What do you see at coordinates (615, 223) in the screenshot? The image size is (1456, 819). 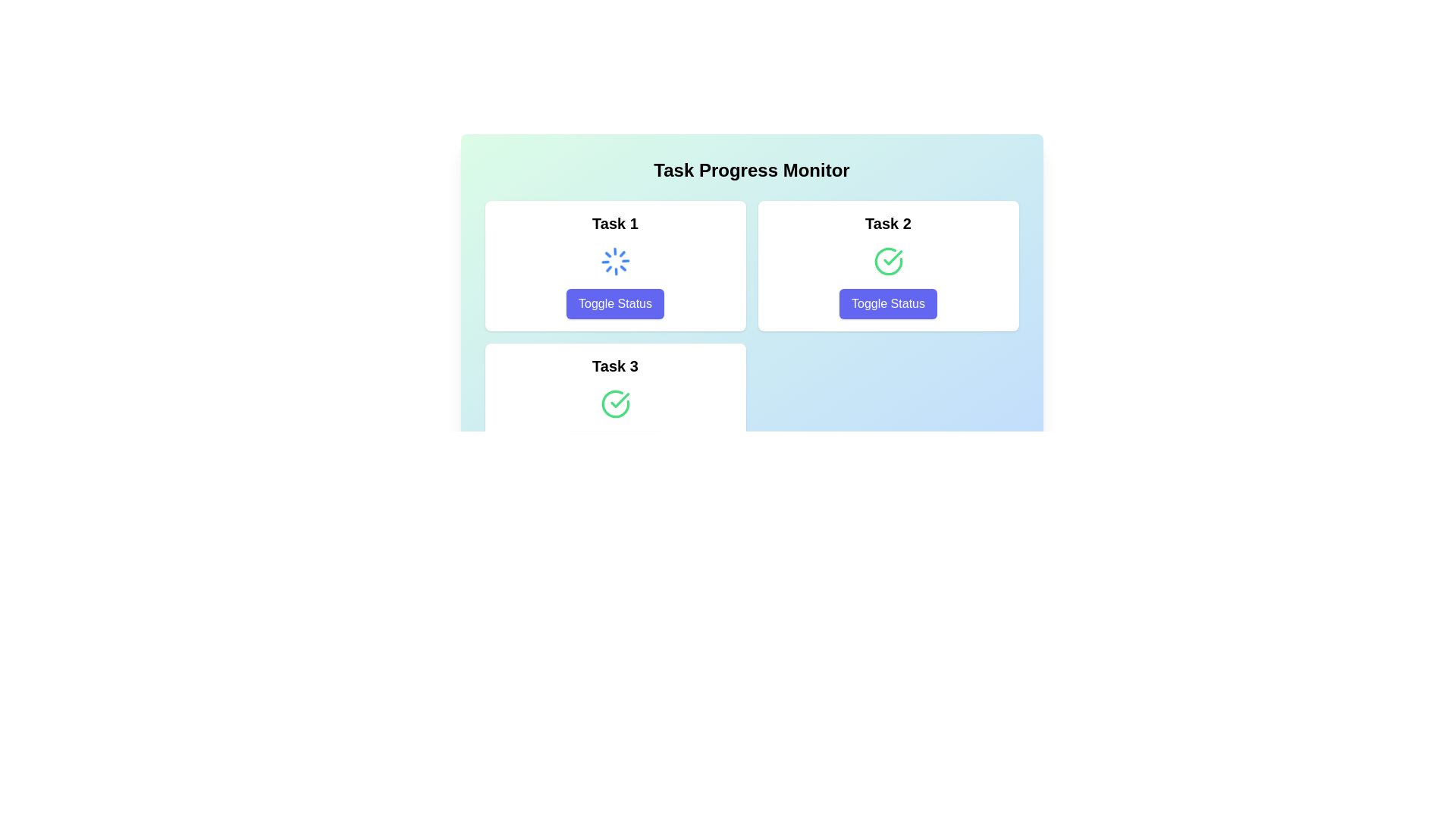 I see `the 'Task 1' text label, which is styled with a larger font size and bold formatting, located in the top left card of the task grid layout` at bounding box center [615, 223].